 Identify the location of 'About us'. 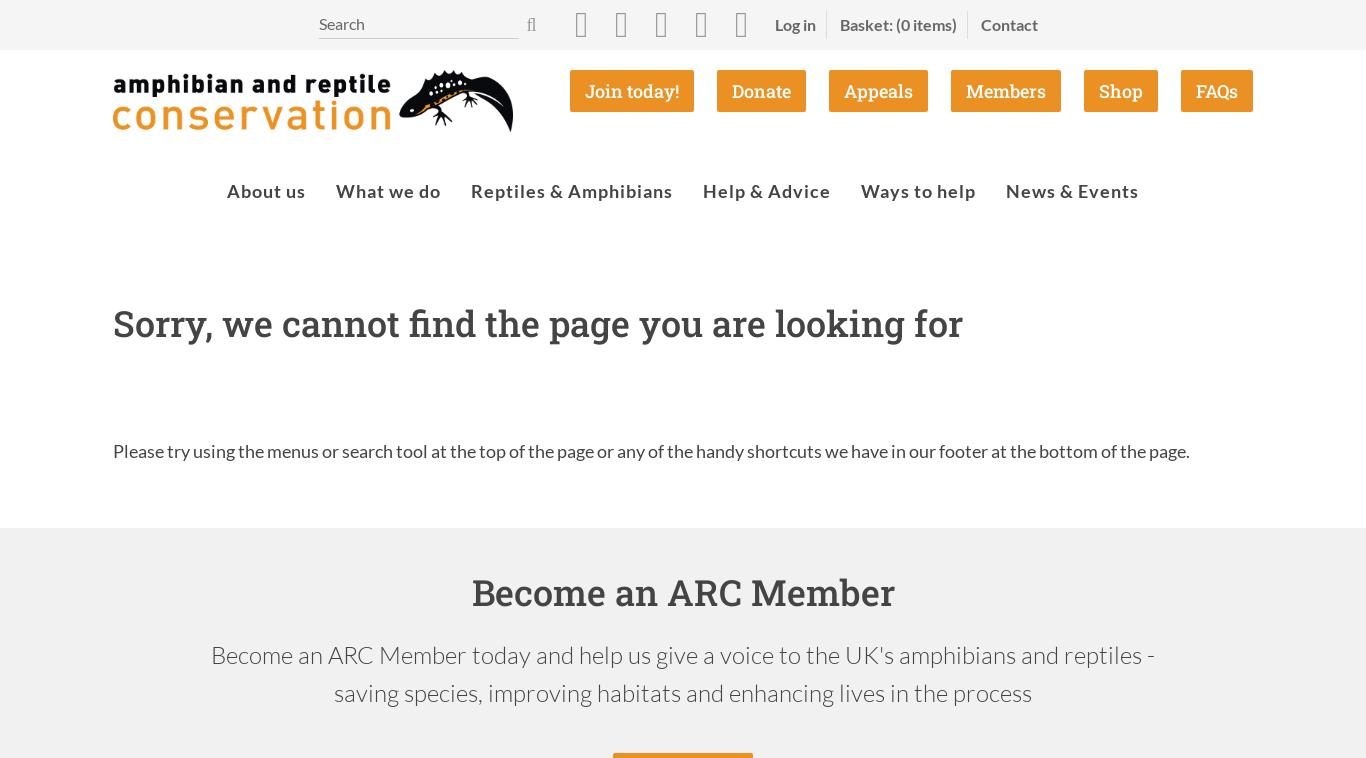
(226, 191).